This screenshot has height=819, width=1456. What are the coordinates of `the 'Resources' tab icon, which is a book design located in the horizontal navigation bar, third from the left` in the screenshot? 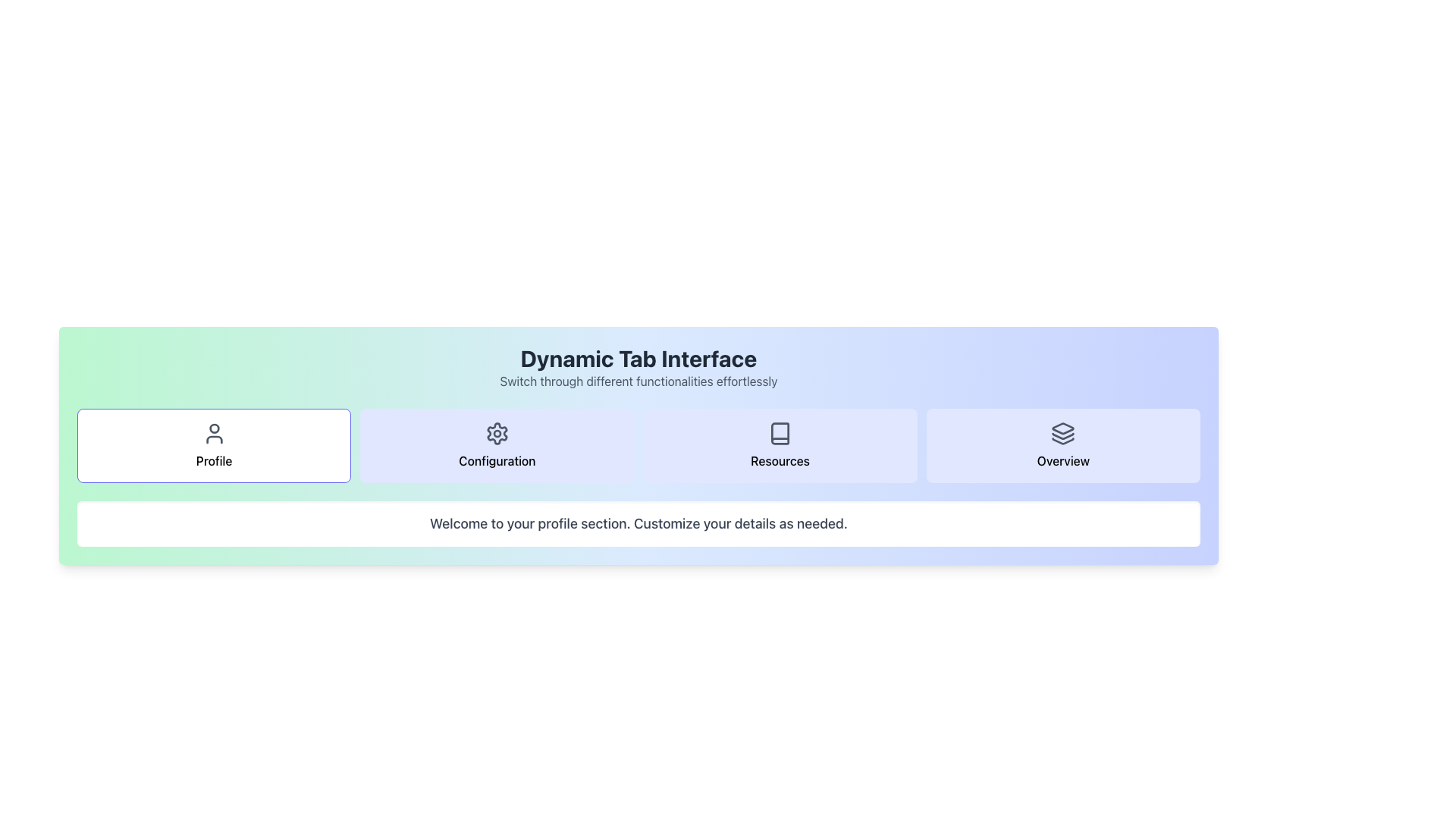 It's located at (780, 433).